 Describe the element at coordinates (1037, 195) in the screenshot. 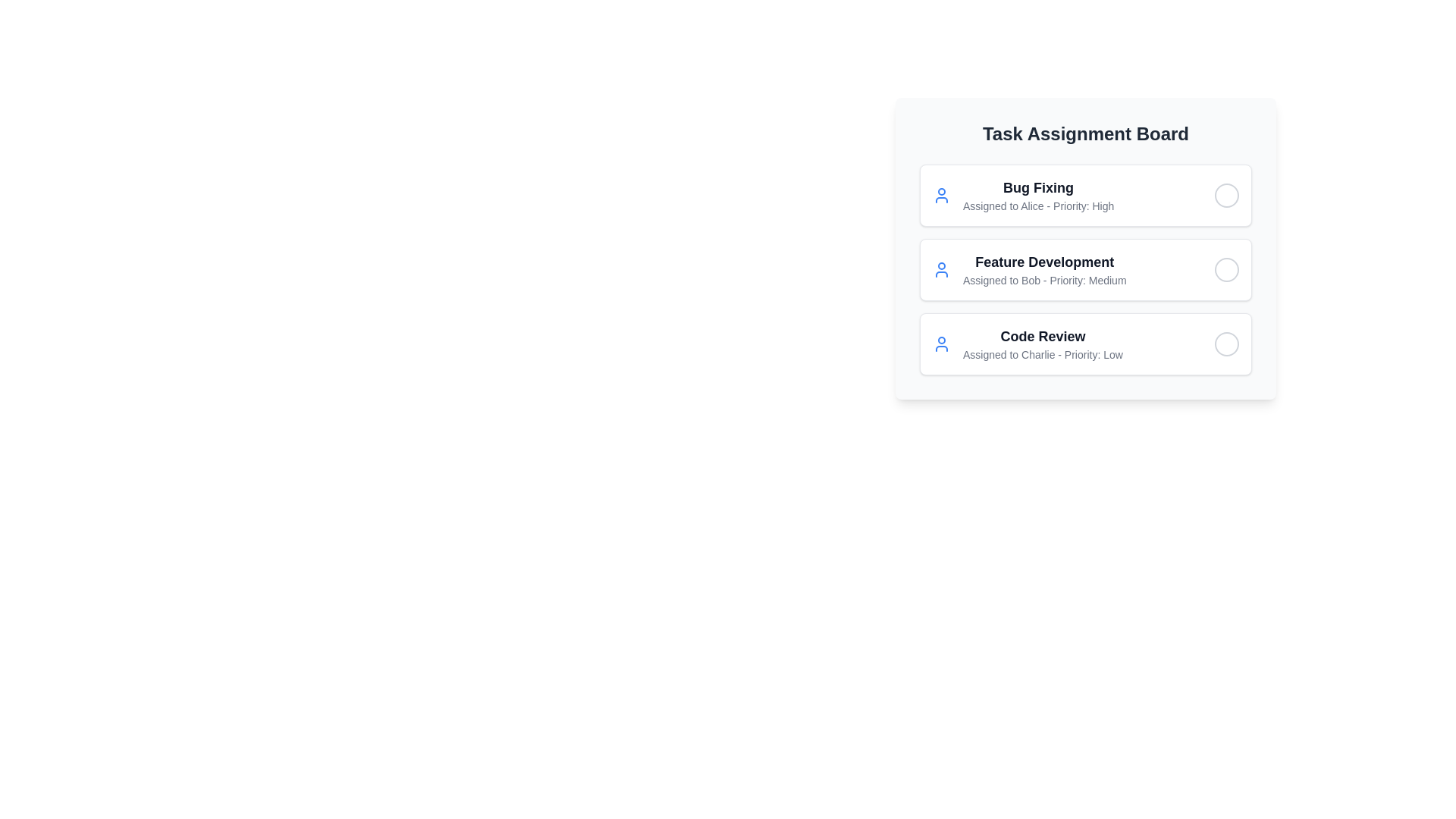

I see `information displayed in the first task of the 'Task Assignment Board', which includes its title, assignment, and priority` at that location.